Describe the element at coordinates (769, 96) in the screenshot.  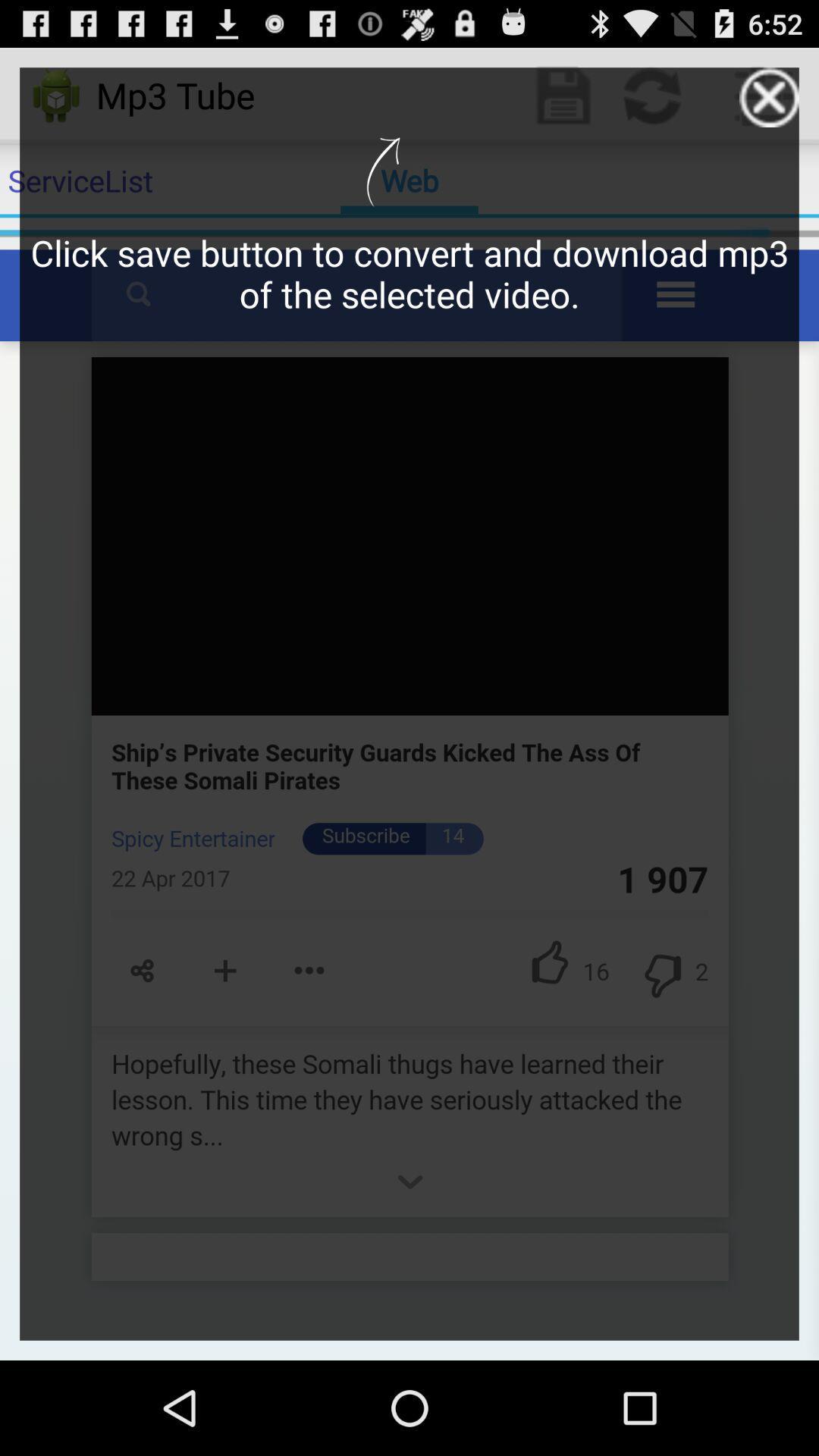
I see `the close option` at that location.